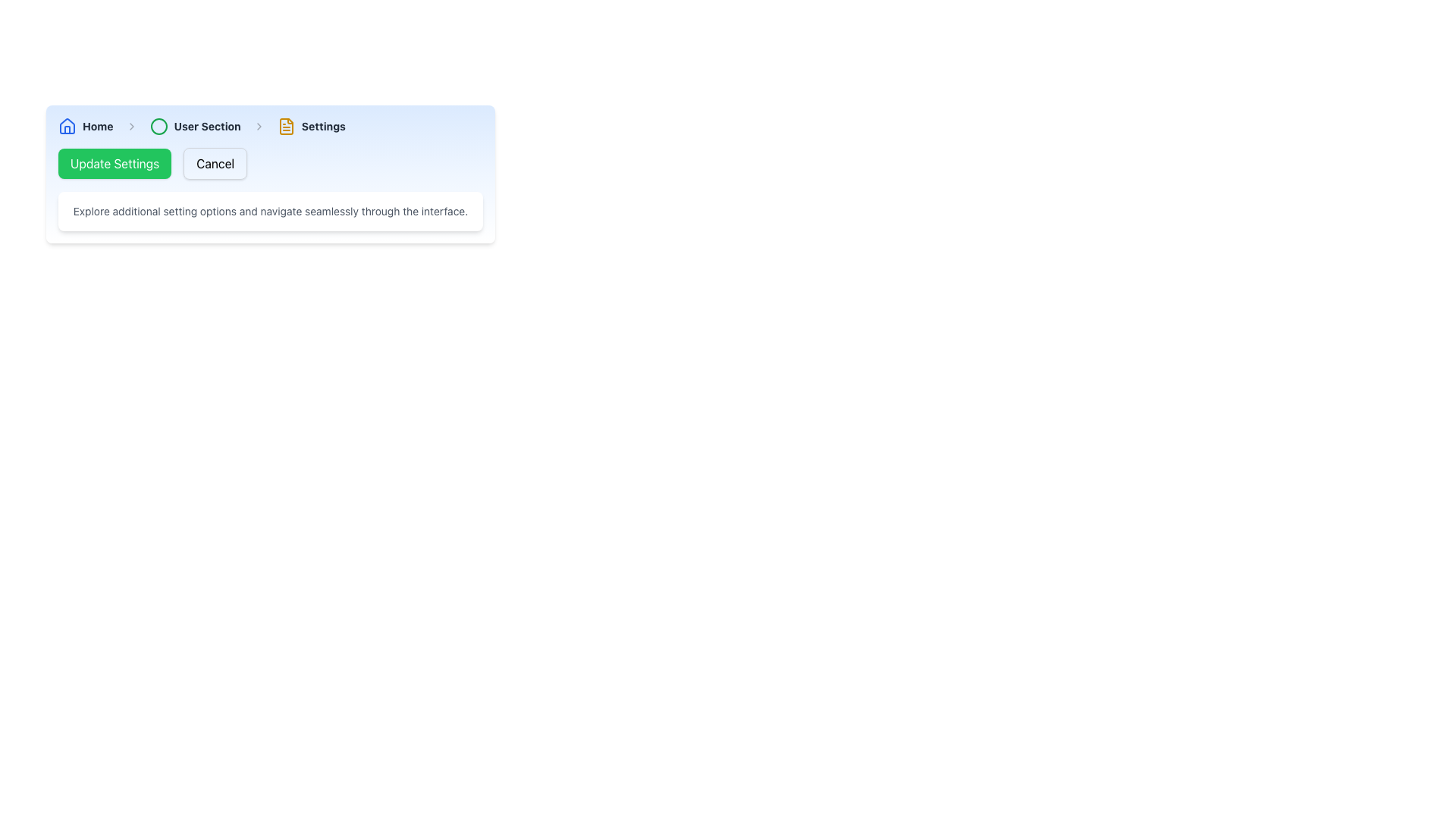 This screenshot has width=1456, height=819. Describe the element at coordinates (206, 125) in the screenshot. I see `the static text element displaying 'User Section' in the breadcrumb navigation, which is styled in bold dark gray and positioned between a green circular icon and an arrow separator` at that location.